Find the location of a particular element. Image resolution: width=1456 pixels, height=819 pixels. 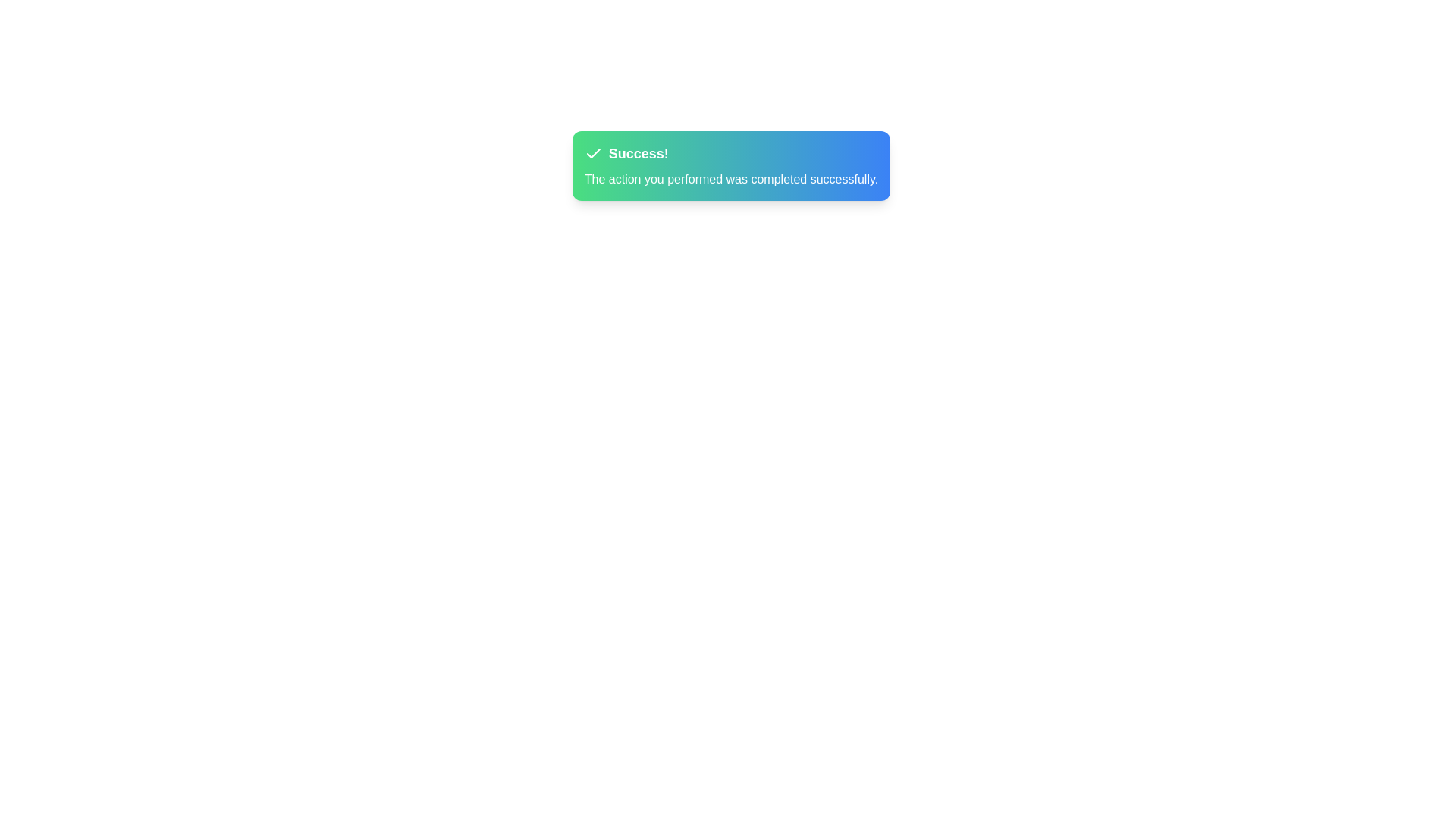

the check icon in the snackbar is located at coordinates (592, 154).